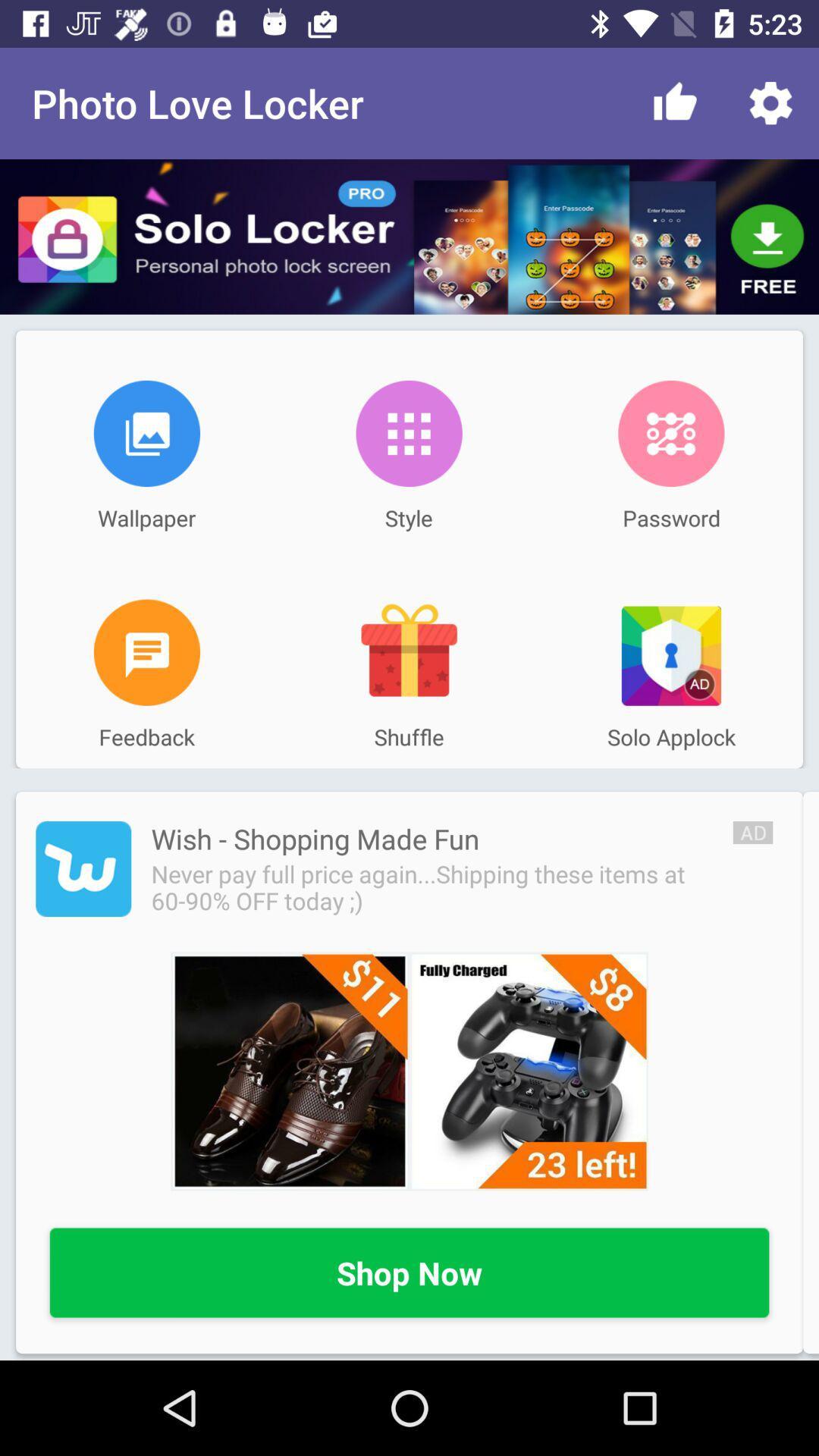  Describe the element at coordinates (146, 432) in the screenshot. I see `wallpaper` at that location.